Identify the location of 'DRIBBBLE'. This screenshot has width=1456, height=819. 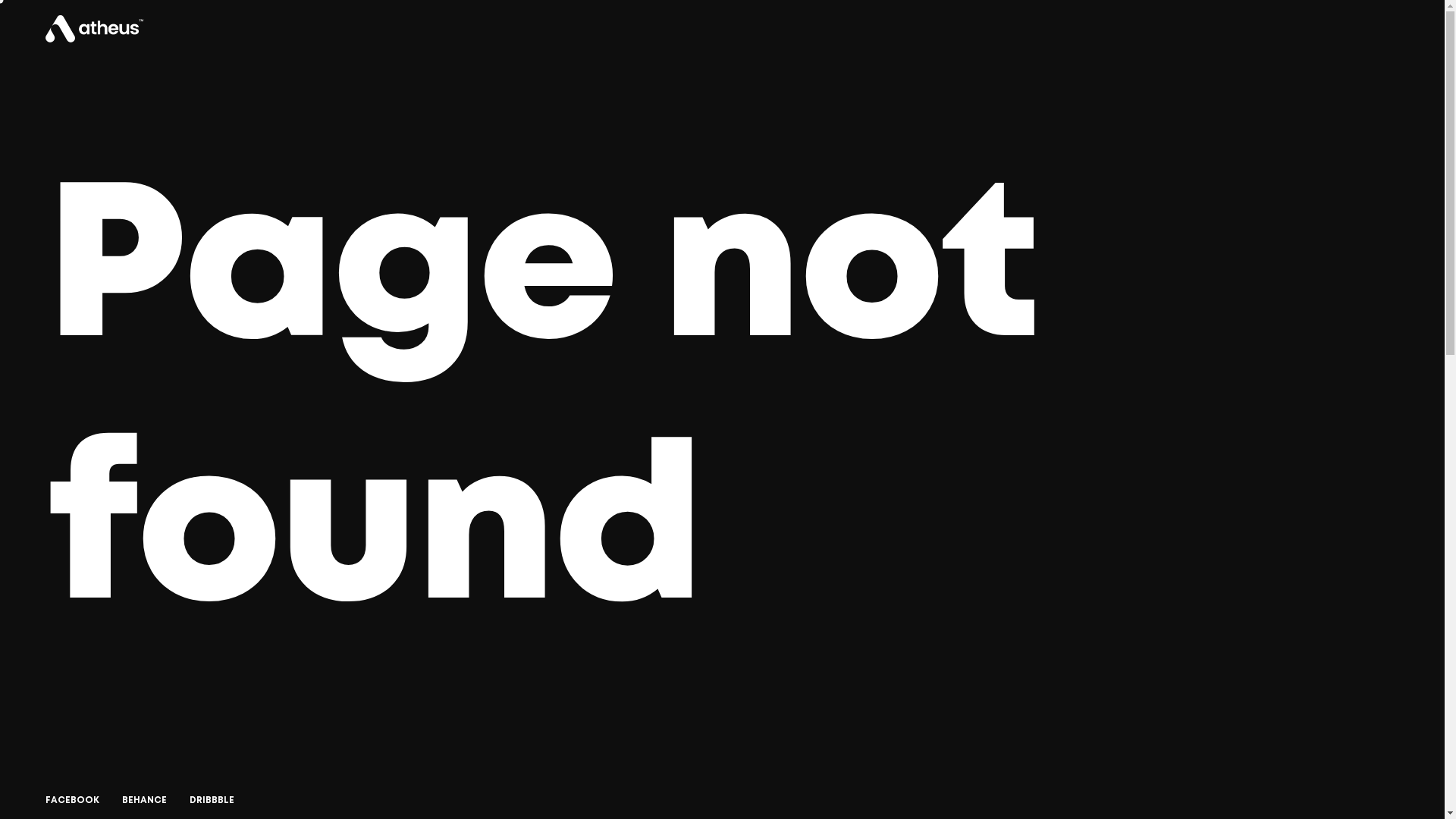
(211, 800).